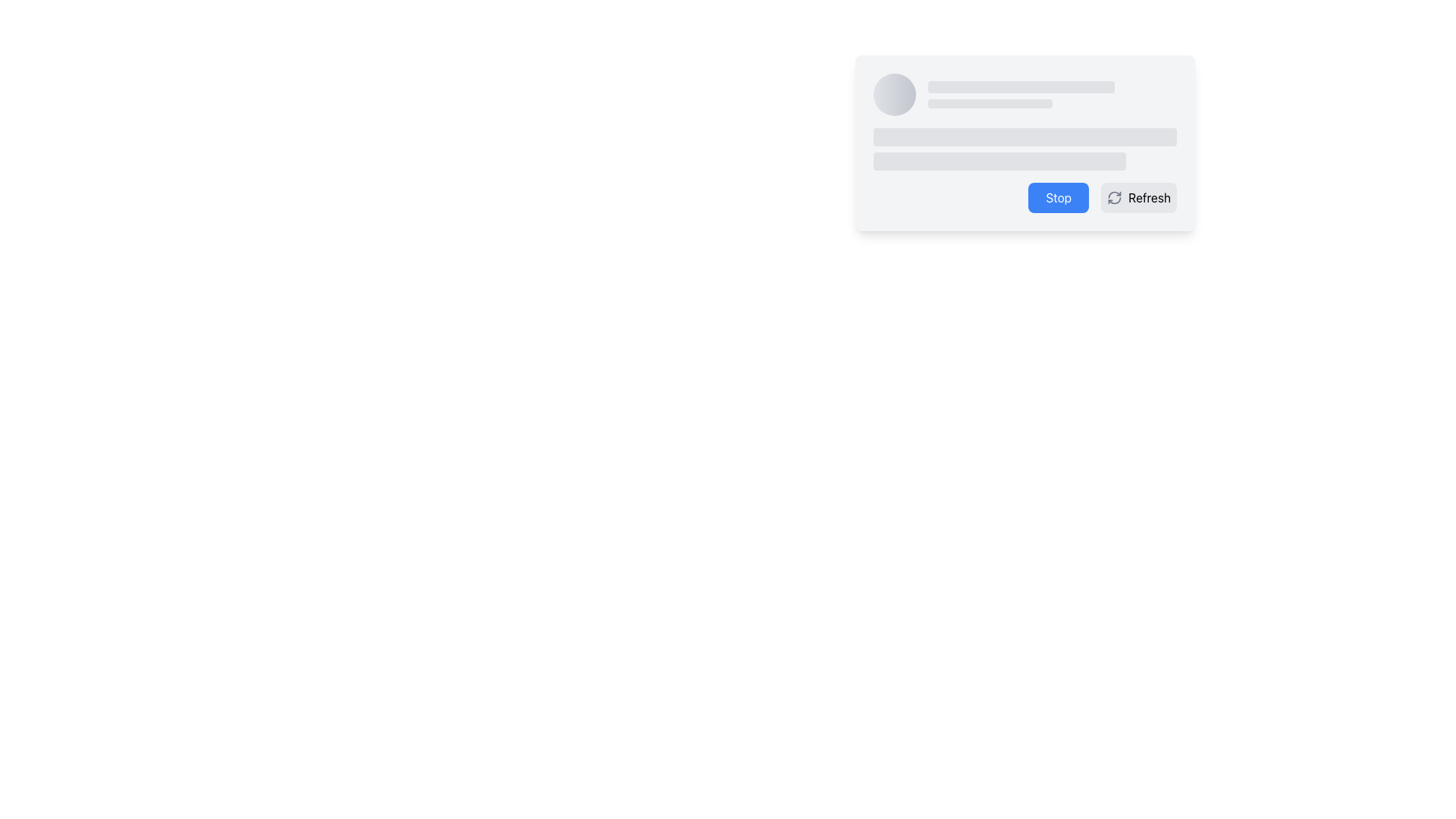 The image size is (1456, 819). What do you see at coordinates (1115, 197) in the screenshot?
I see `the circular gray arrow icon located to the left of the 'Refresh' text within the button, positioned to the right of the blue 'Stop' button` at bounding box center [1115, 197].